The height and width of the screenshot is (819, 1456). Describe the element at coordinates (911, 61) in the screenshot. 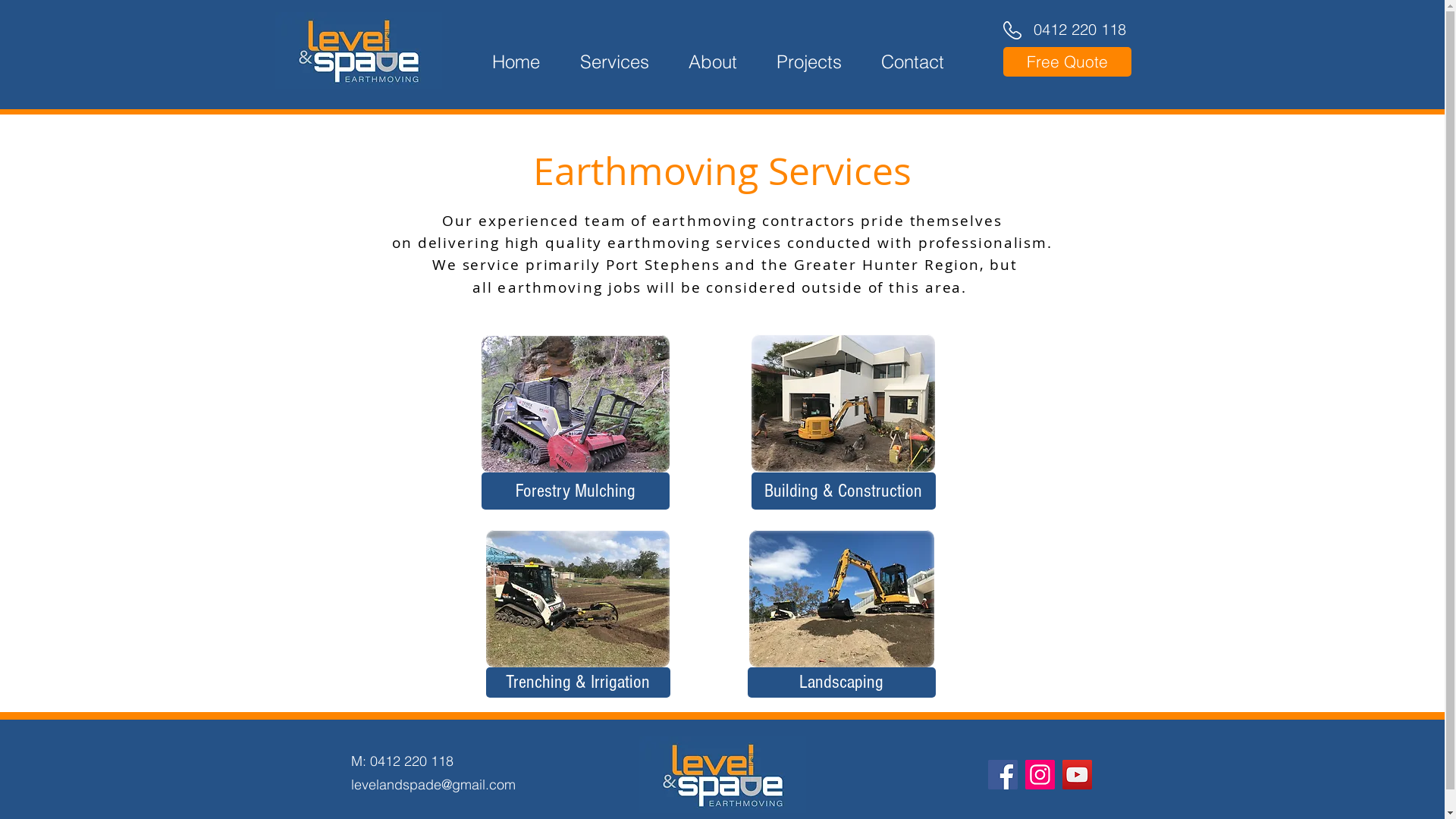

I see `'Contact'` at that location.